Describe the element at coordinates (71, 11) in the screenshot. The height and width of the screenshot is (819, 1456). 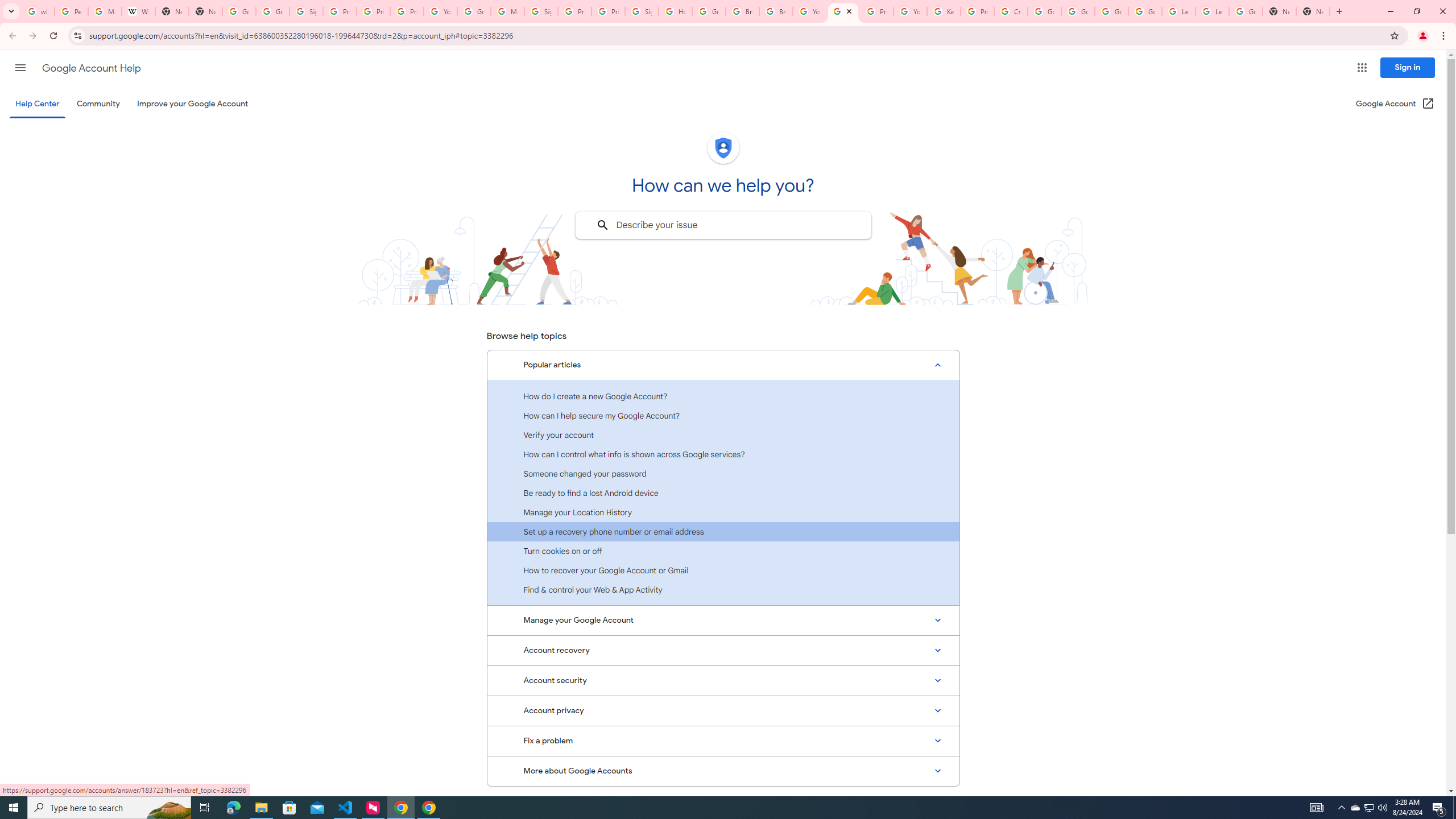
I see `'Personalization & Google Search results - Google Search Help'` at that location.